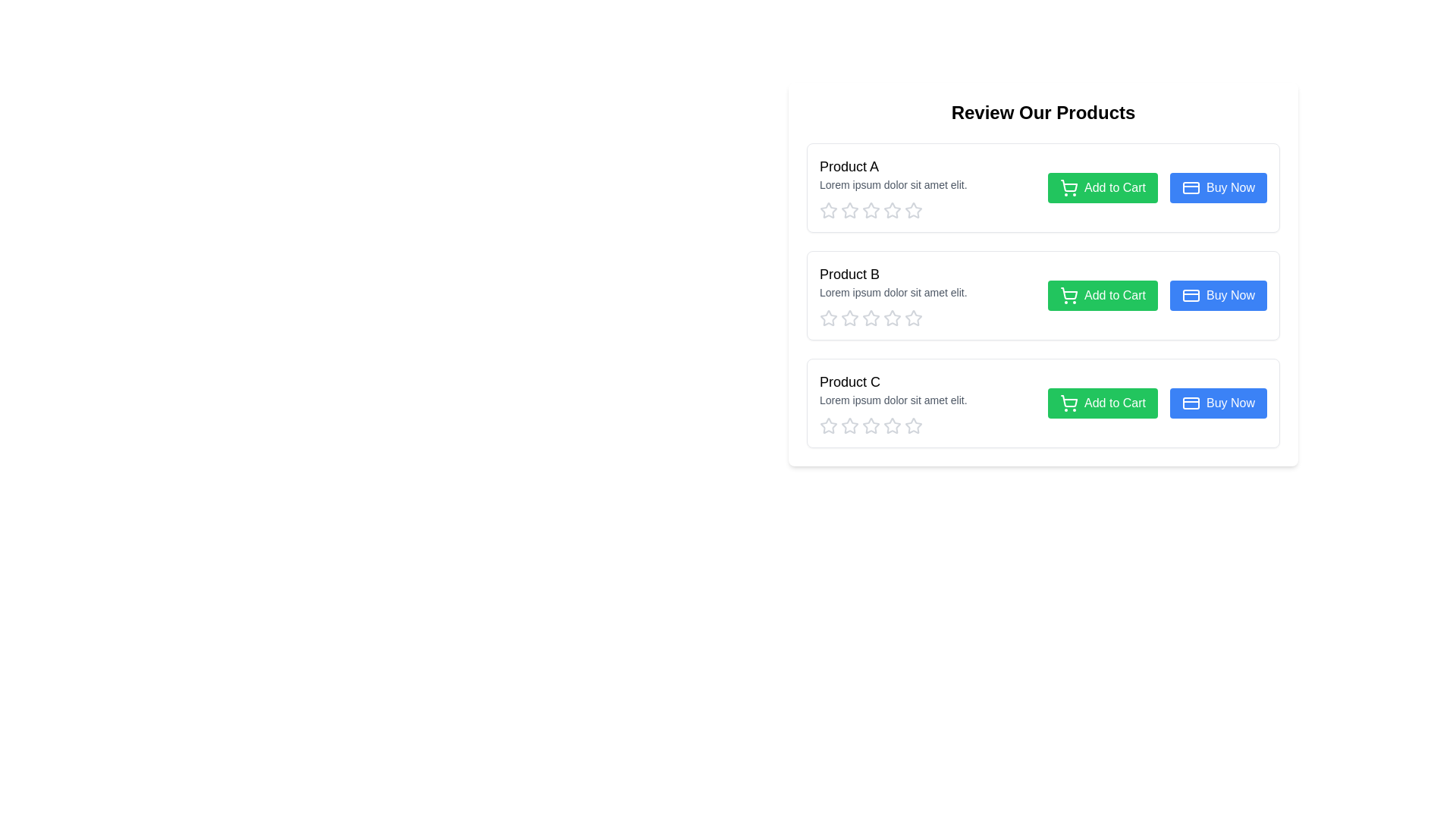  What do you see at coordinates (848, 425) in the screenshot?
I see `the first star icon in the rating section for Product C` at bounding box center [848, 425].